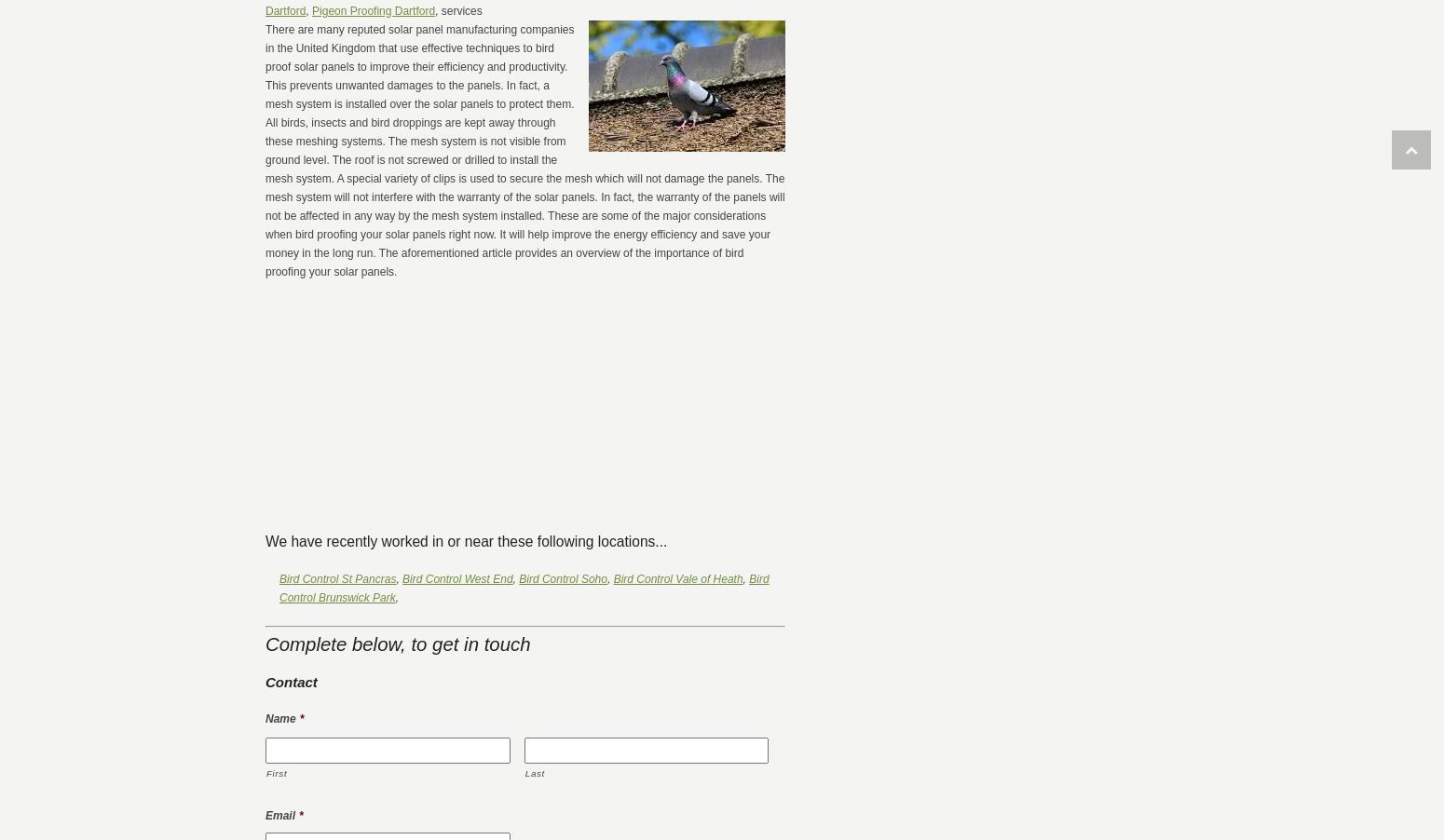  What do you see at coordinates (290, 681) in the screenshot?
I see `'Contact'` at bounding box center [290, 681].